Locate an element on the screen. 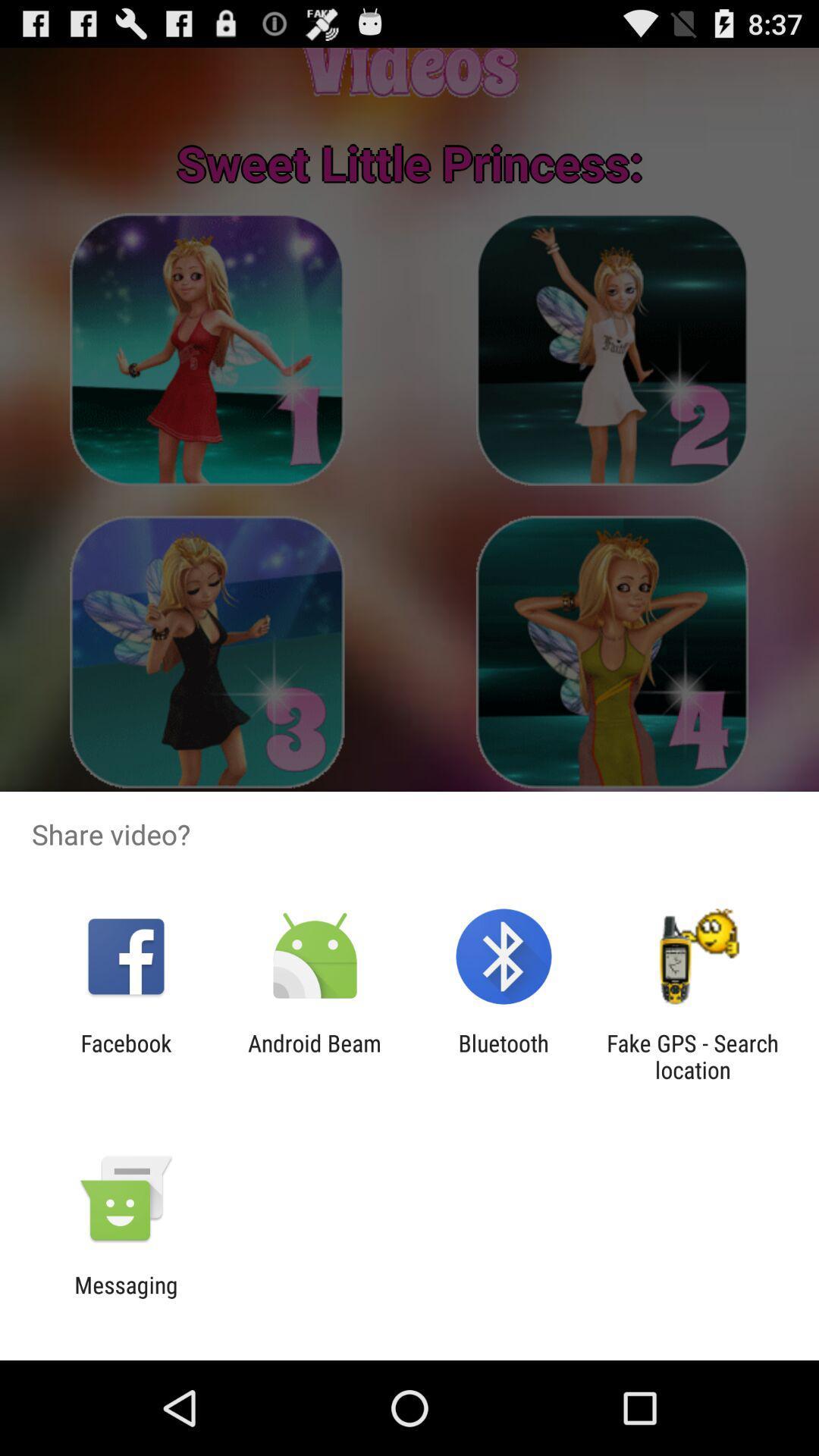  icon next to the bluetooth is located at coordinates (692, 1056).